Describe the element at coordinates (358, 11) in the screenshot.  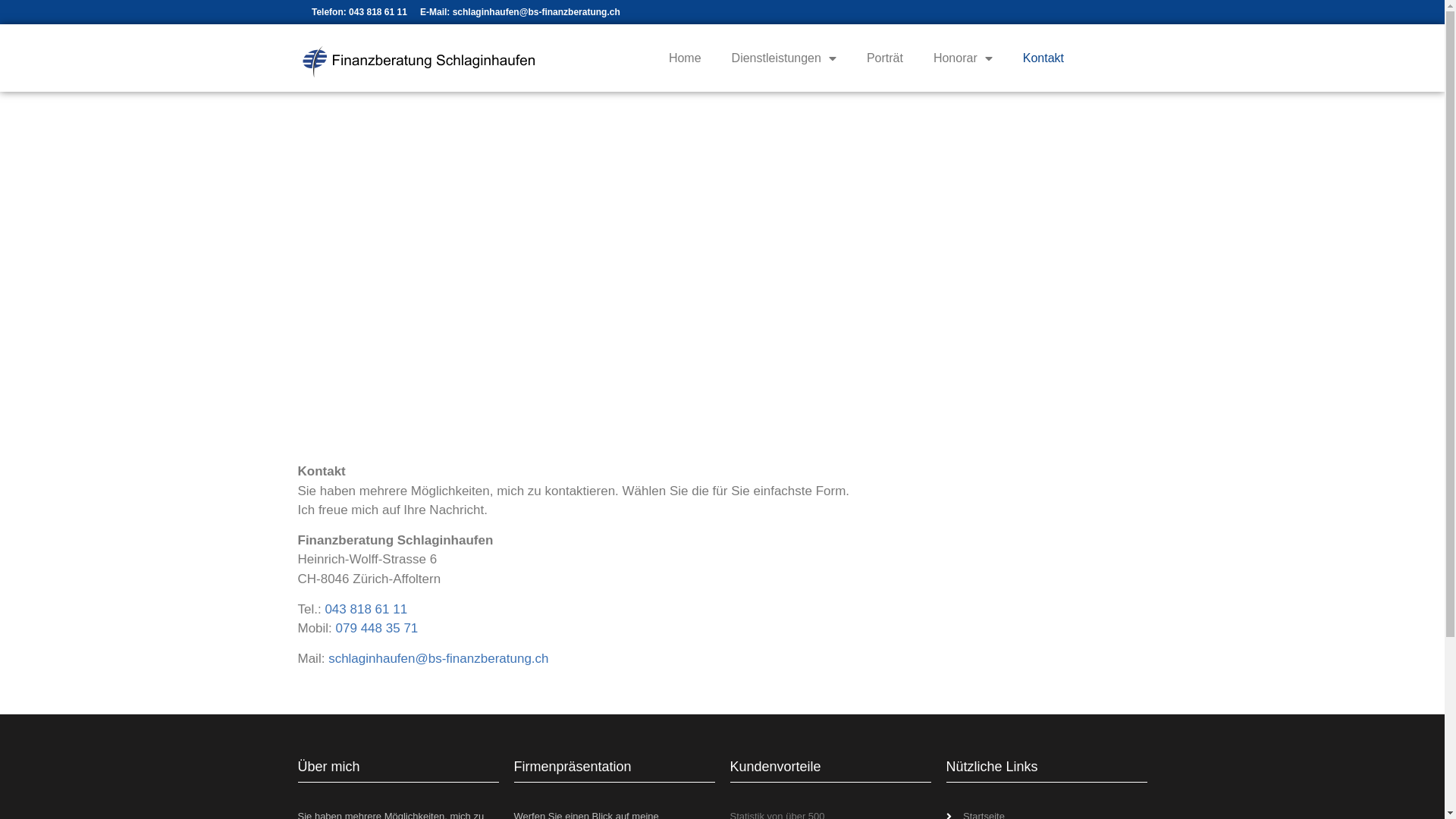
I see `'Telefon: 043 818 61 11'` at that location.